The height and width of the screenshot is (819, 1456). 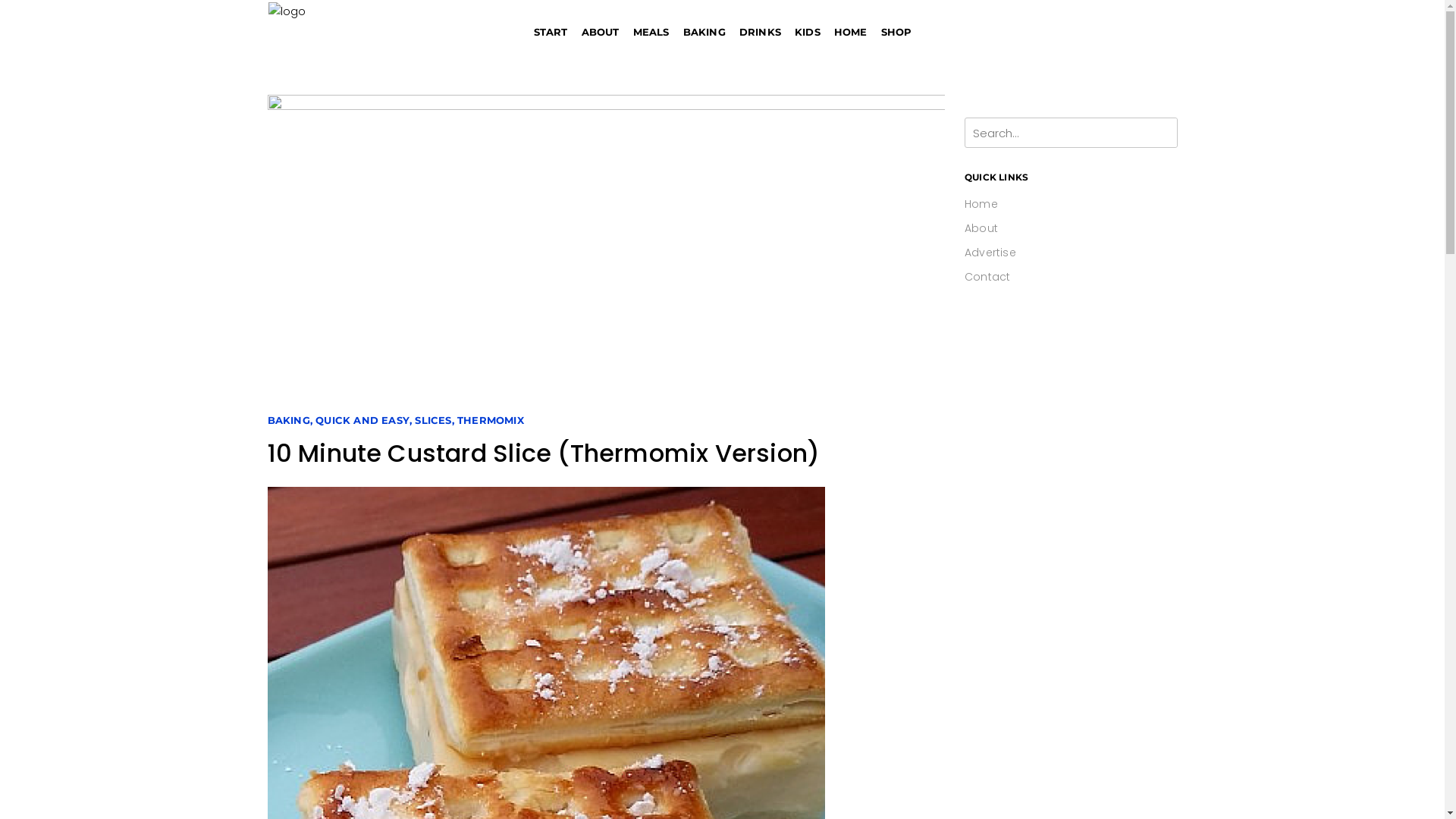 What do you see at coordinates (851, 32) in the screenshot?
I see `'HOME'` at bounding box center [851, 32].